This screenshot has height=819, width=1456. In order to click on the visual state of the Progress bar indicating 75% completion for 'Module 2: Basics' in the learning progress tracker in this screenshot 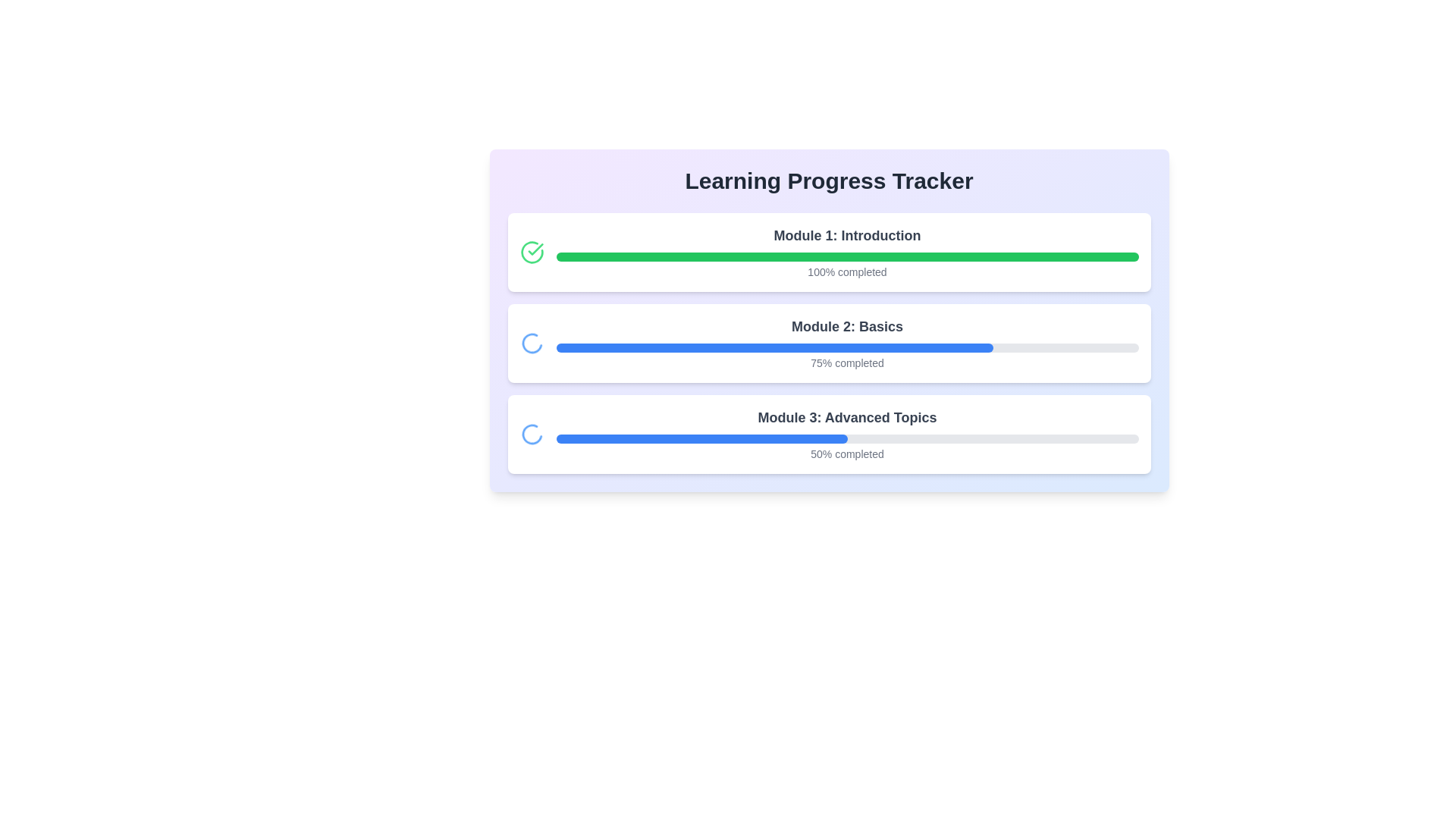, I will do `click(774, 348)`.